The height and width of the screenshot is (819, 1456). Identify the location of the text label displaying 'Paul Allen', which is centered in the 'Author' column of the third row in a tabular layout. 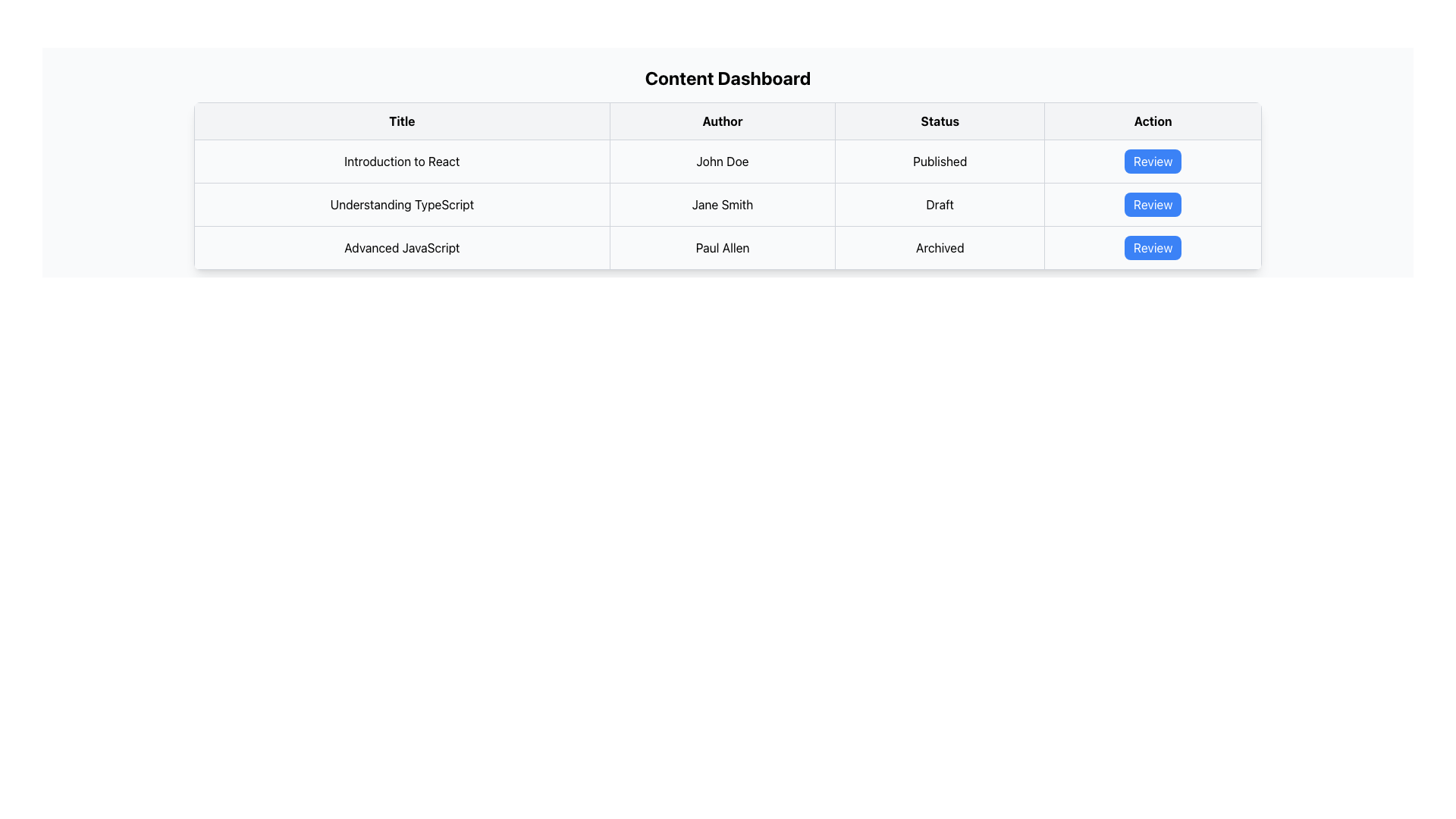
(721, 247).